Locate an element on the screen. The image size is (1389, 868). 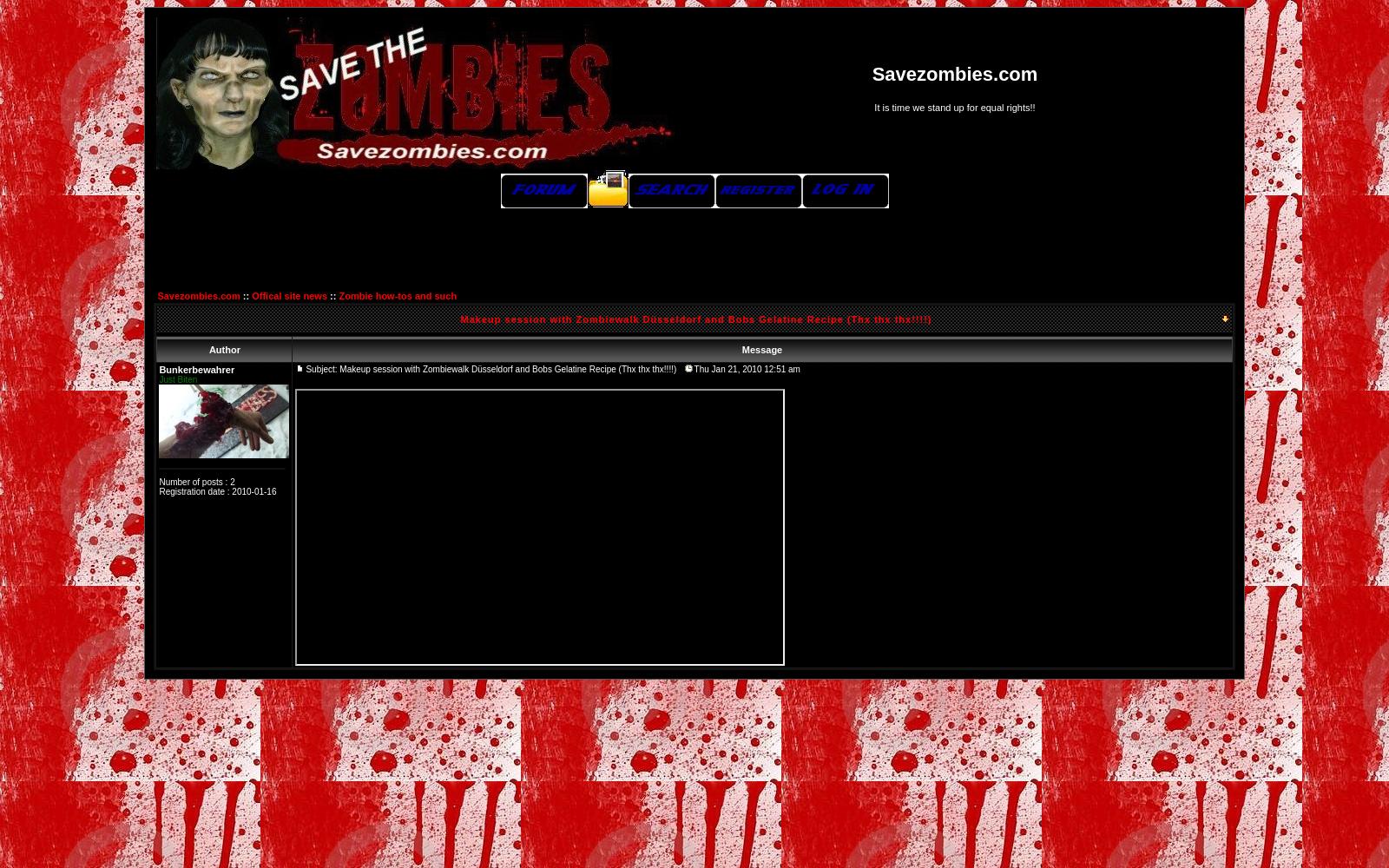
'Number of posts' is located at coordinates (190, 482).